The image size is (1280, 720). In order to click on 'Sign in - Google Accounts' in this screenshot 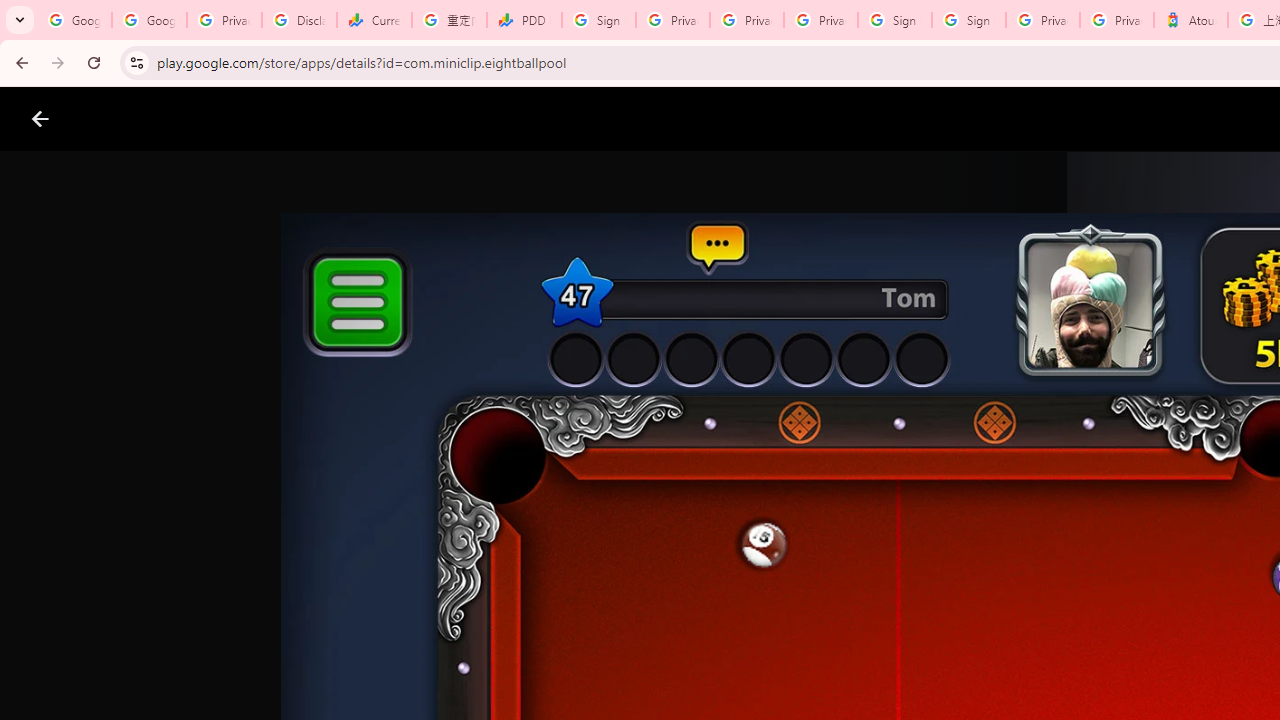, I will do `click(598, 20)`.